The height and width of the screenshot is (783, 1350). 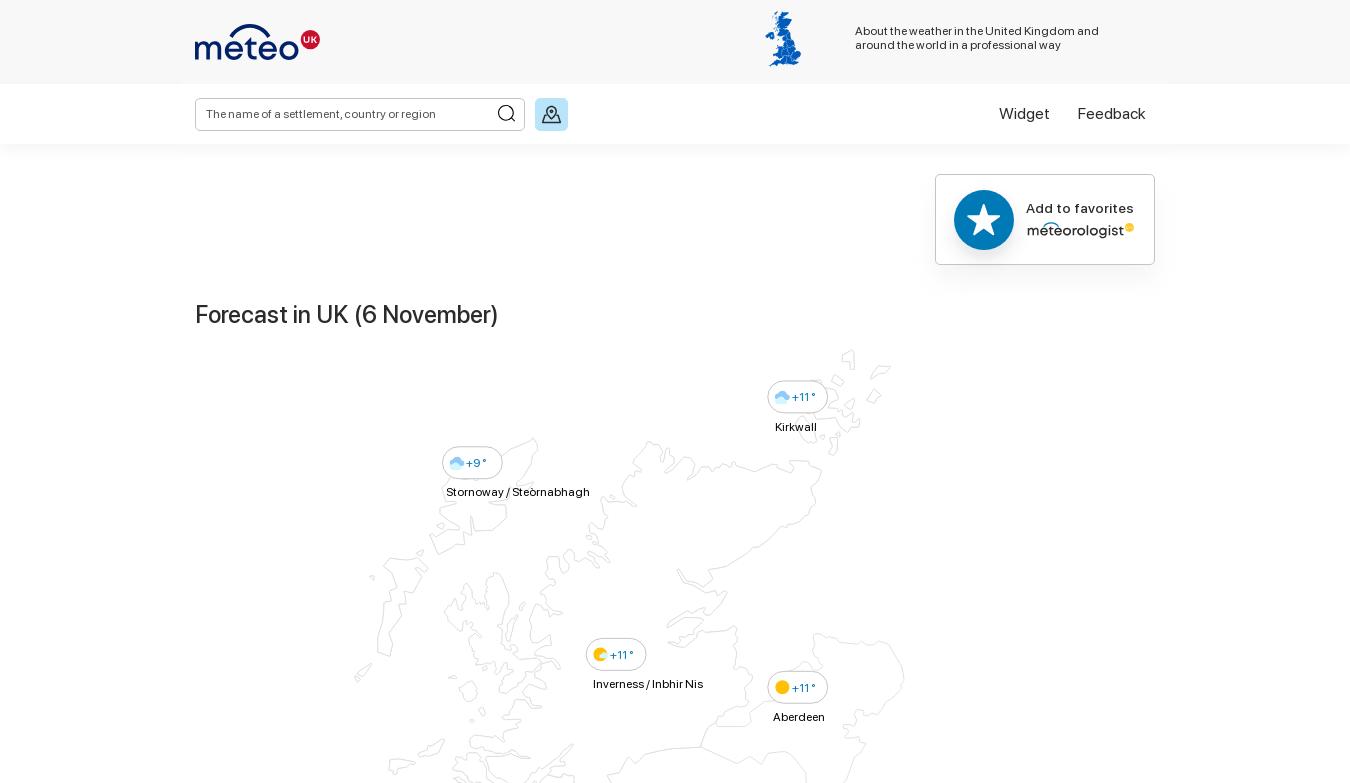 What do you see at coordinates (1024, 113) in the screenshot?
I see `'Widget'` at bounding box center [1024, 113].